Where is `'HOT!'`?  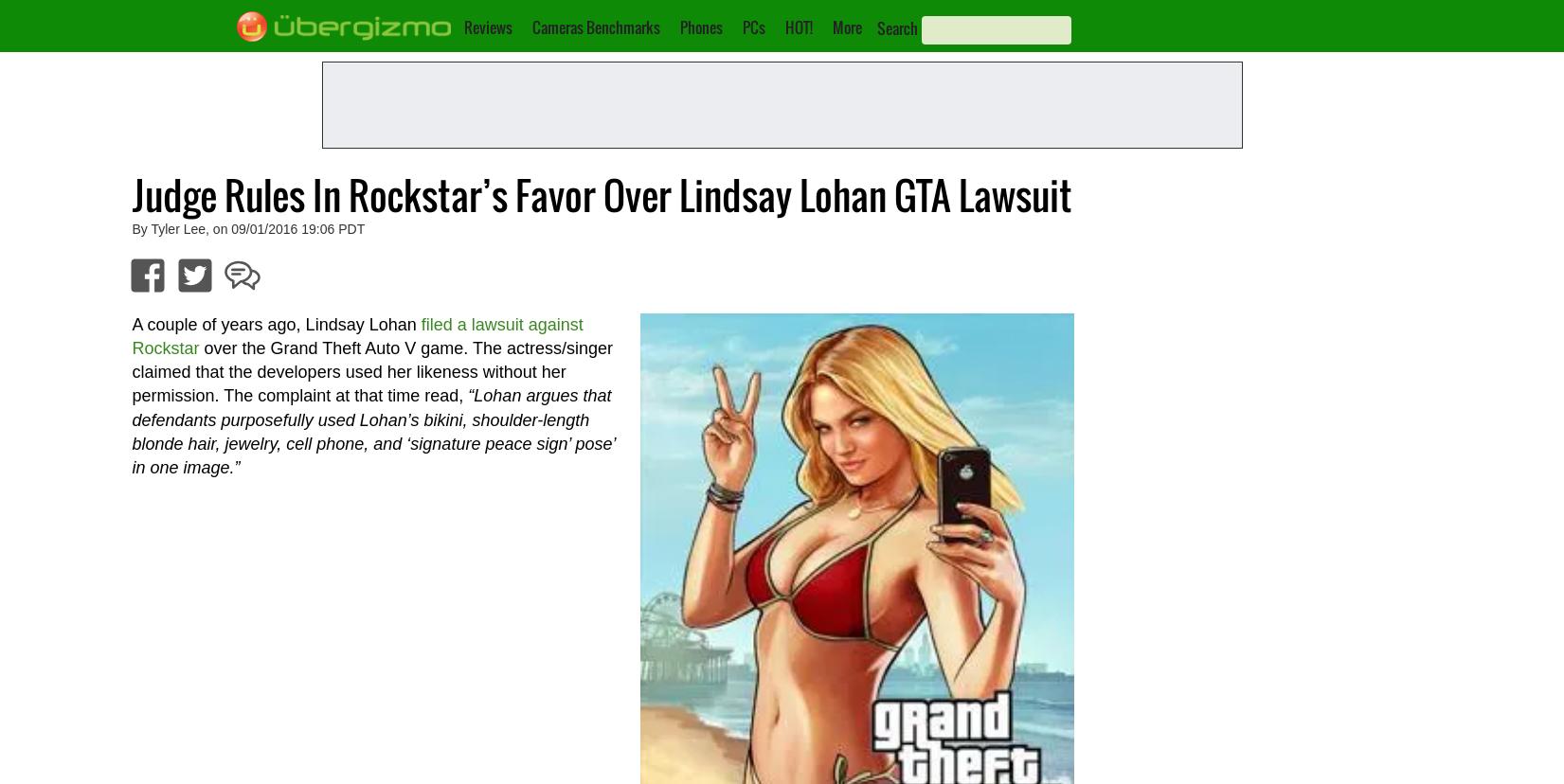
'HOT!' is located at coordinates (797, 27).